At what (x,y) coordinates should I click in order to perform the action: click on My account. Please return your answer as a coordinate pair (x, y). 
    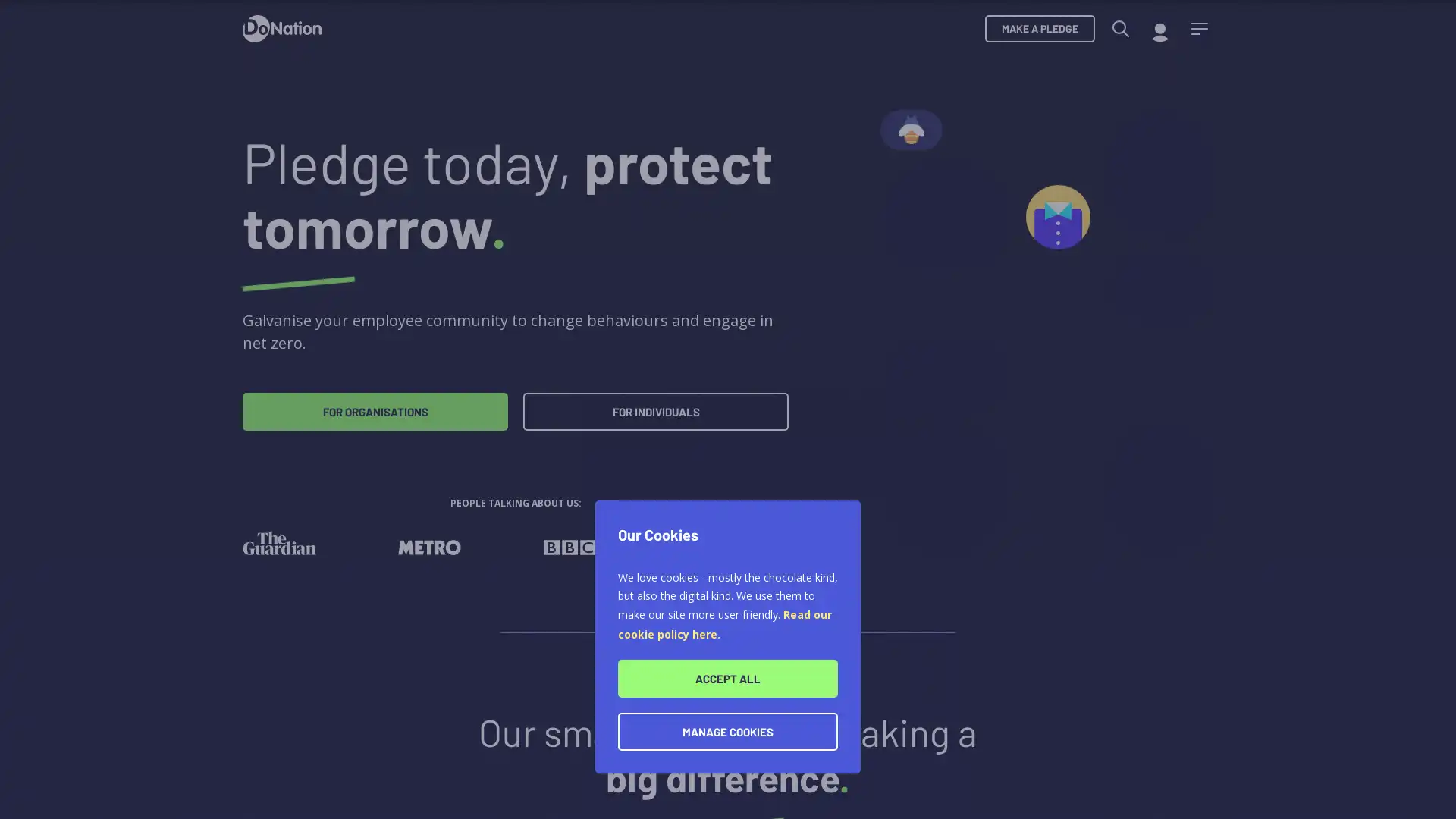
    Looking at the image, I should click on (1159, 29).